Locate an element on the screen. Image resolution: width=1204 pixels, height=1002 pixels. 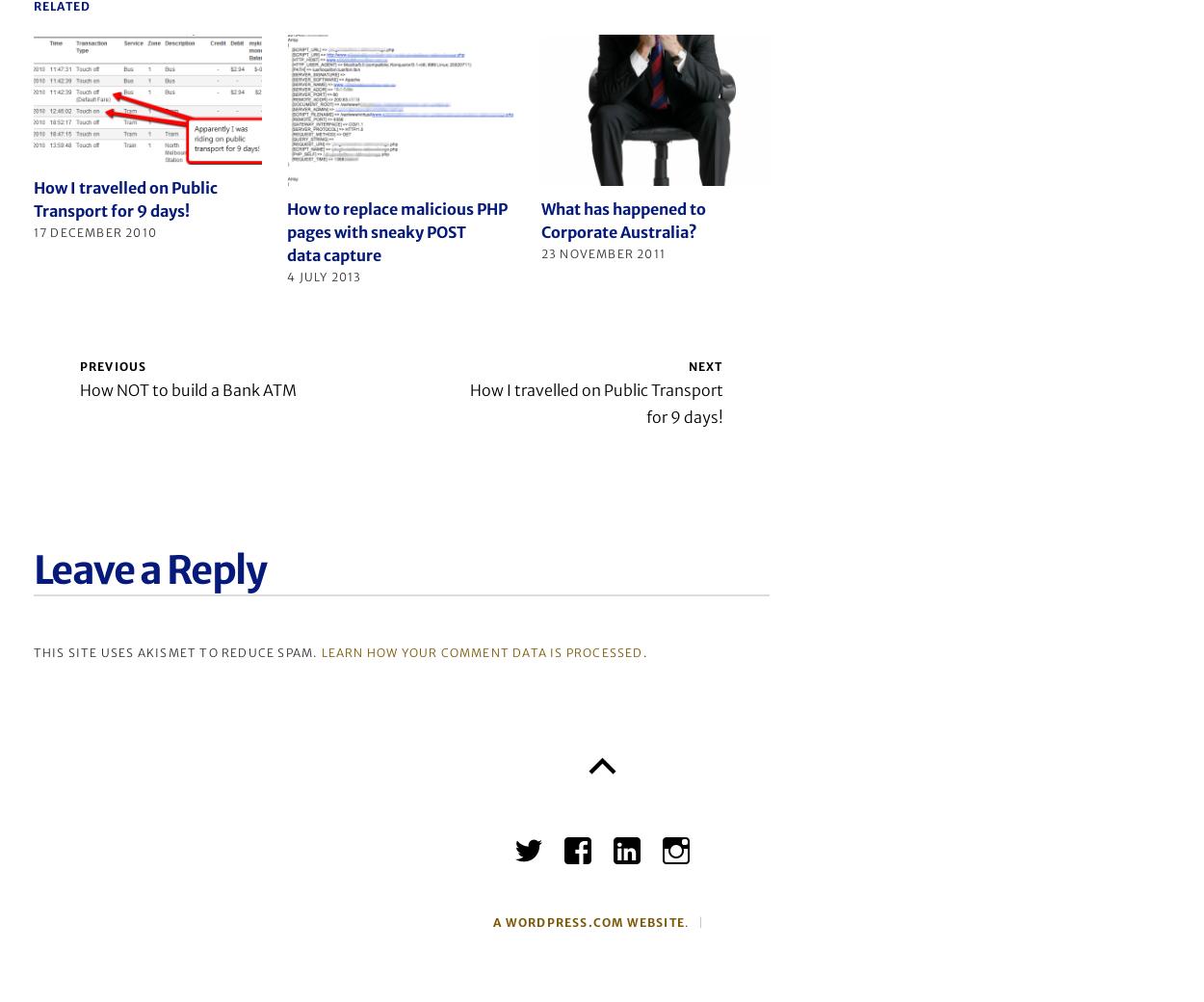
'How I travelled on Public Transport for 9 days!' is located at coordinates (124, 198).